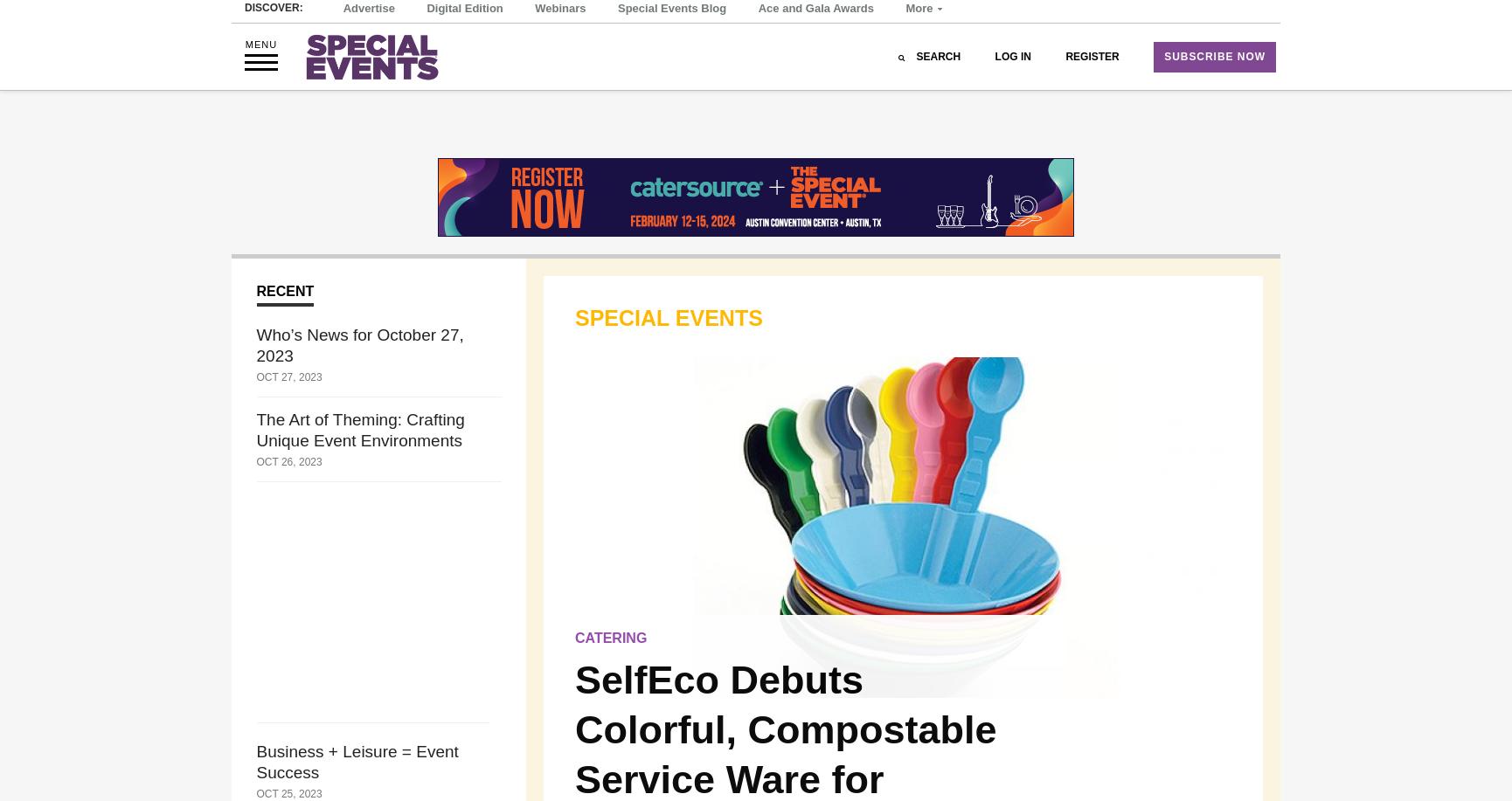 The height and width of the screenshot is (801, 1512). Describe the element at coordinates (904, 46) in the screenshot. I see `'More'` at that location.